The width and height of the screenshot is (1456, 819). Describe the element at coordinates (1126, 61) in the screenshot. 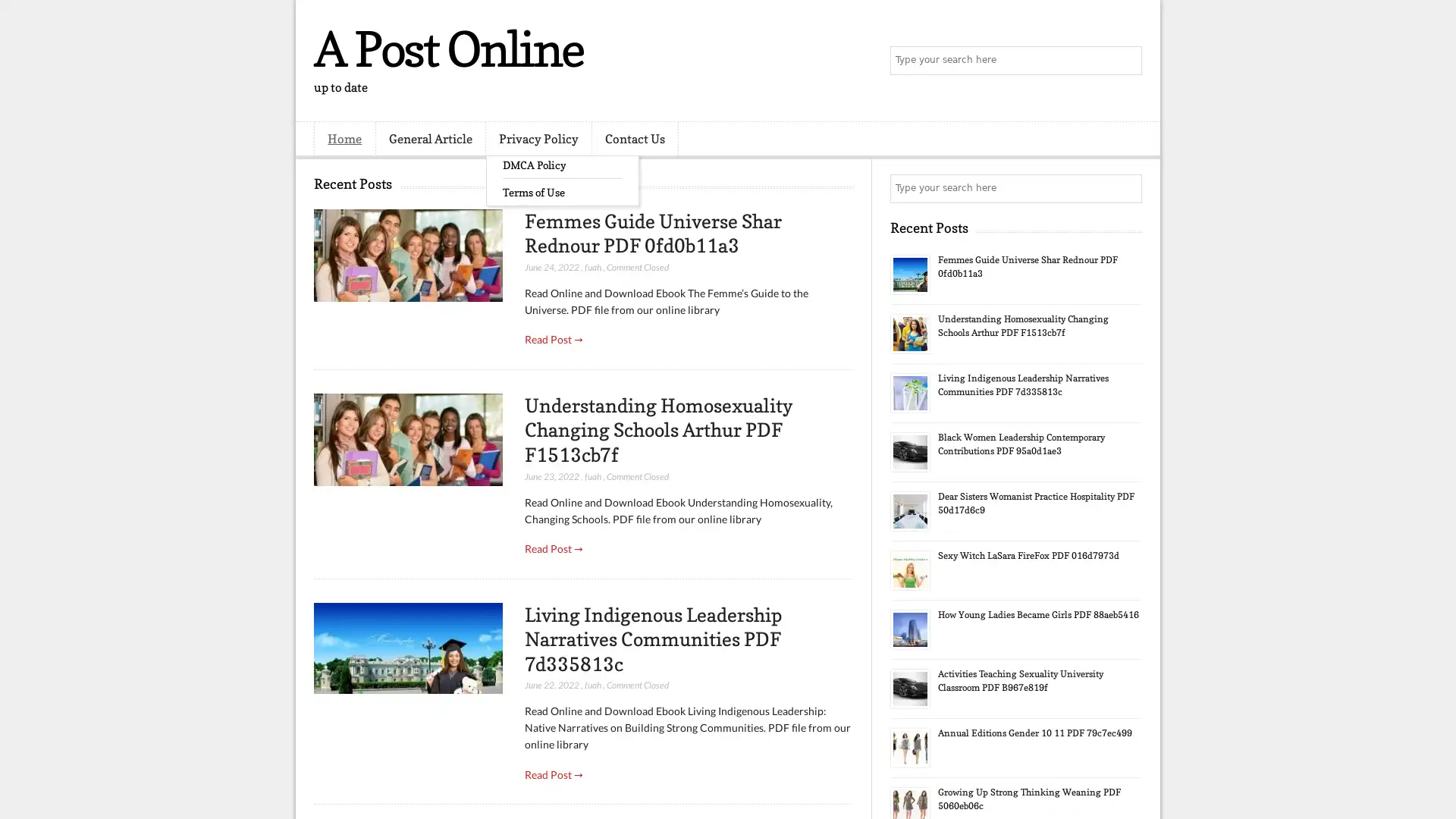

I see `Search` at that location.